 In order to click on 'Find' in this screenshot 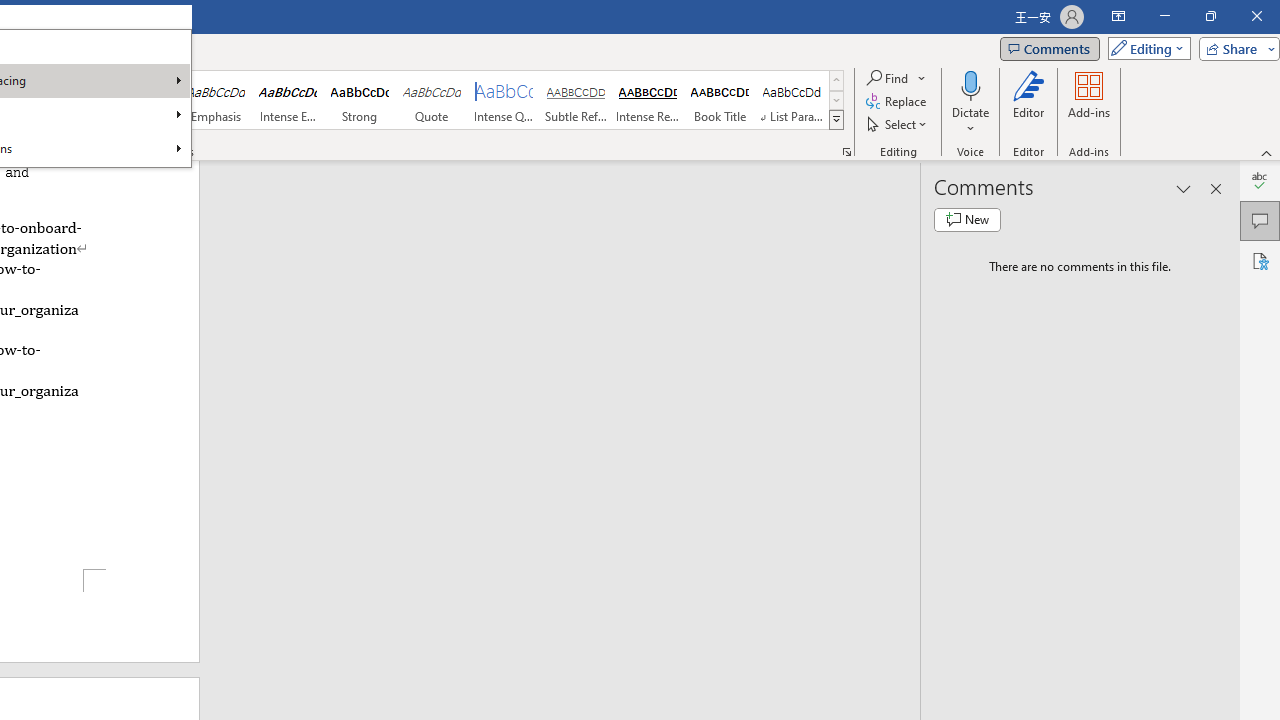, I will do `click(887, 77)`.